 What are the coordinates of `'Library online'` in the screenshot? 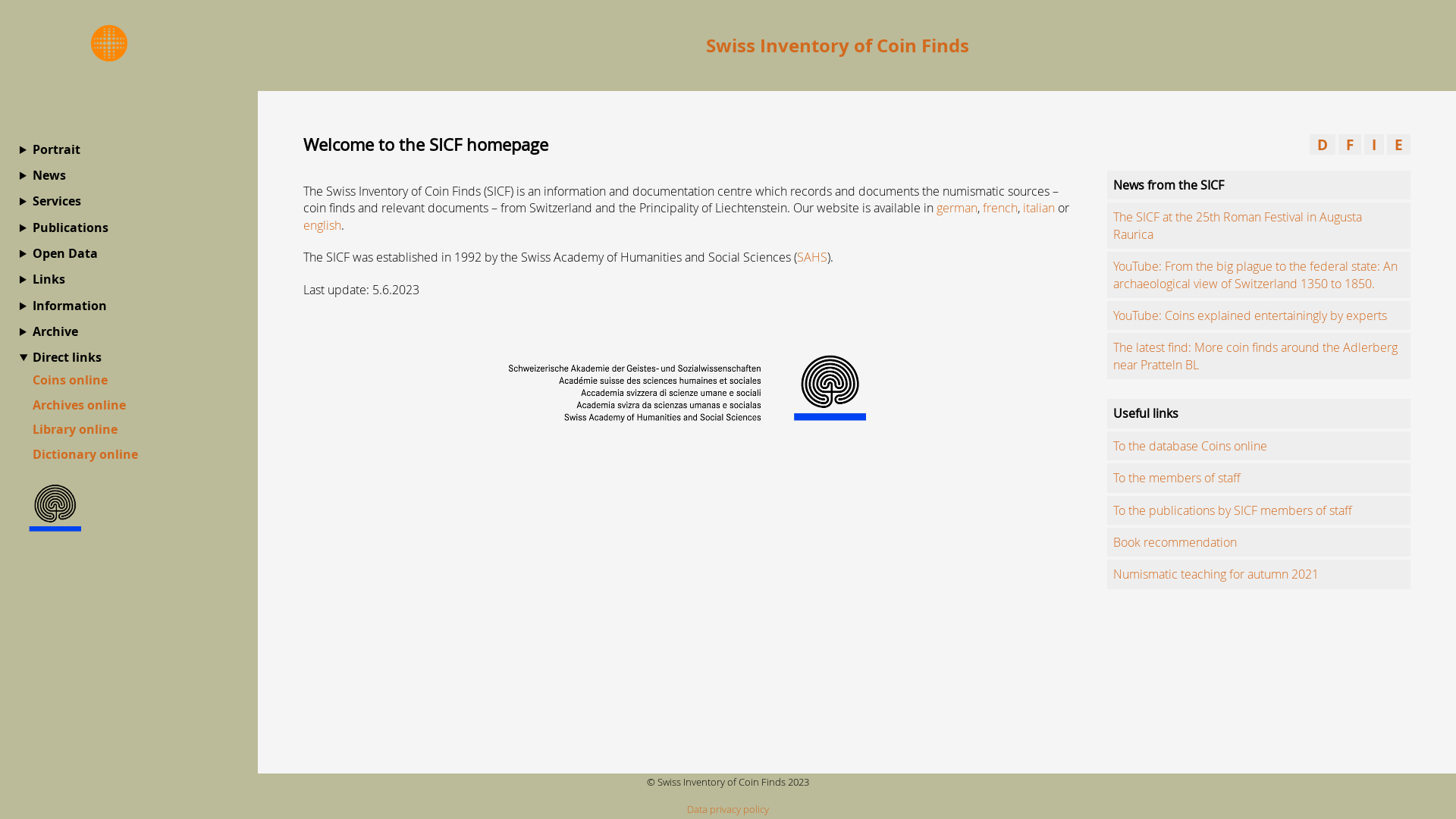 It's located at (74, 429).